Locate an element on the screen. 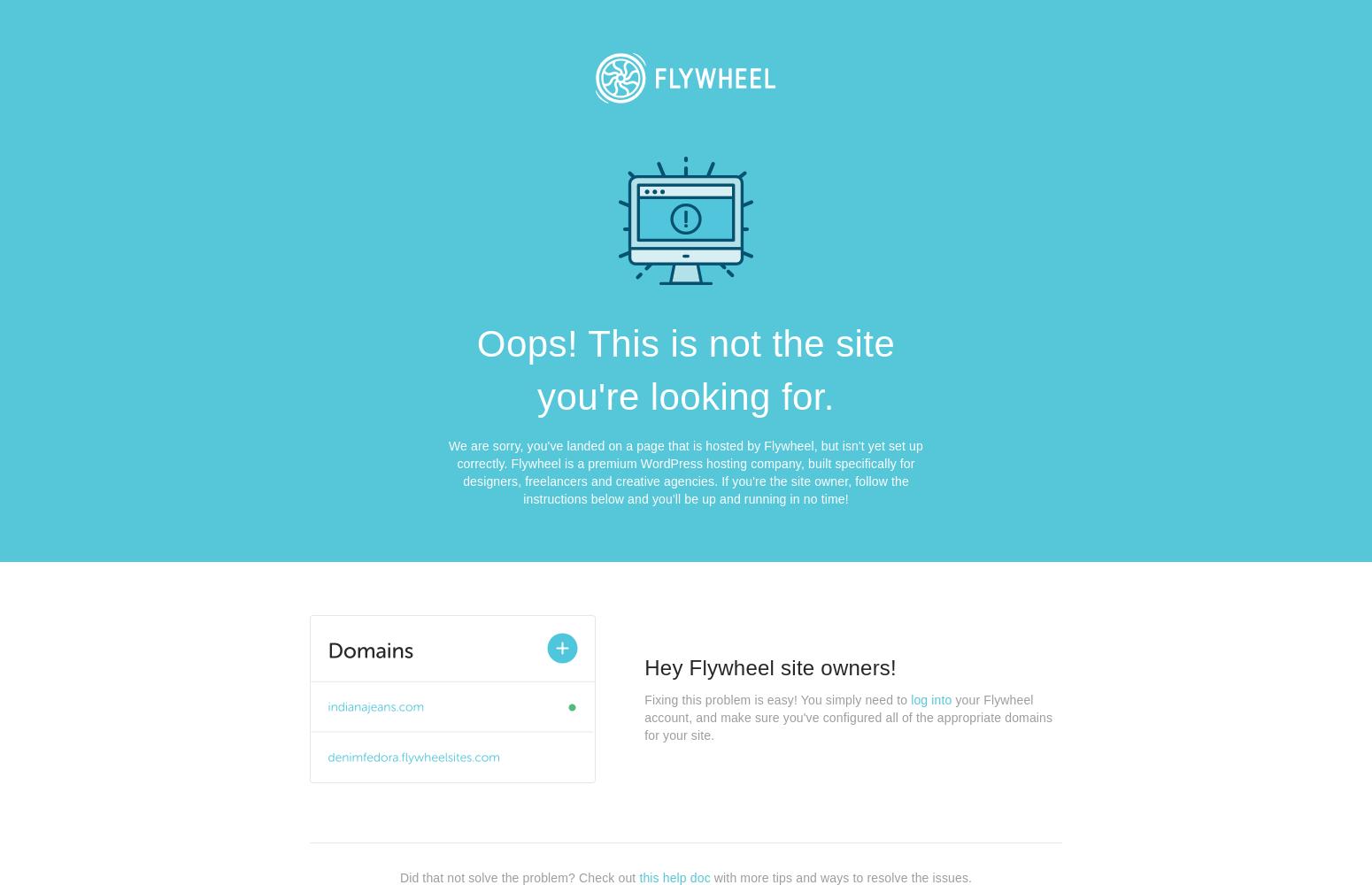 Image resolution: width=1372 pixels, height=885 pixels. 'Oops! This is not the site' is located at coordinates (685, 343).